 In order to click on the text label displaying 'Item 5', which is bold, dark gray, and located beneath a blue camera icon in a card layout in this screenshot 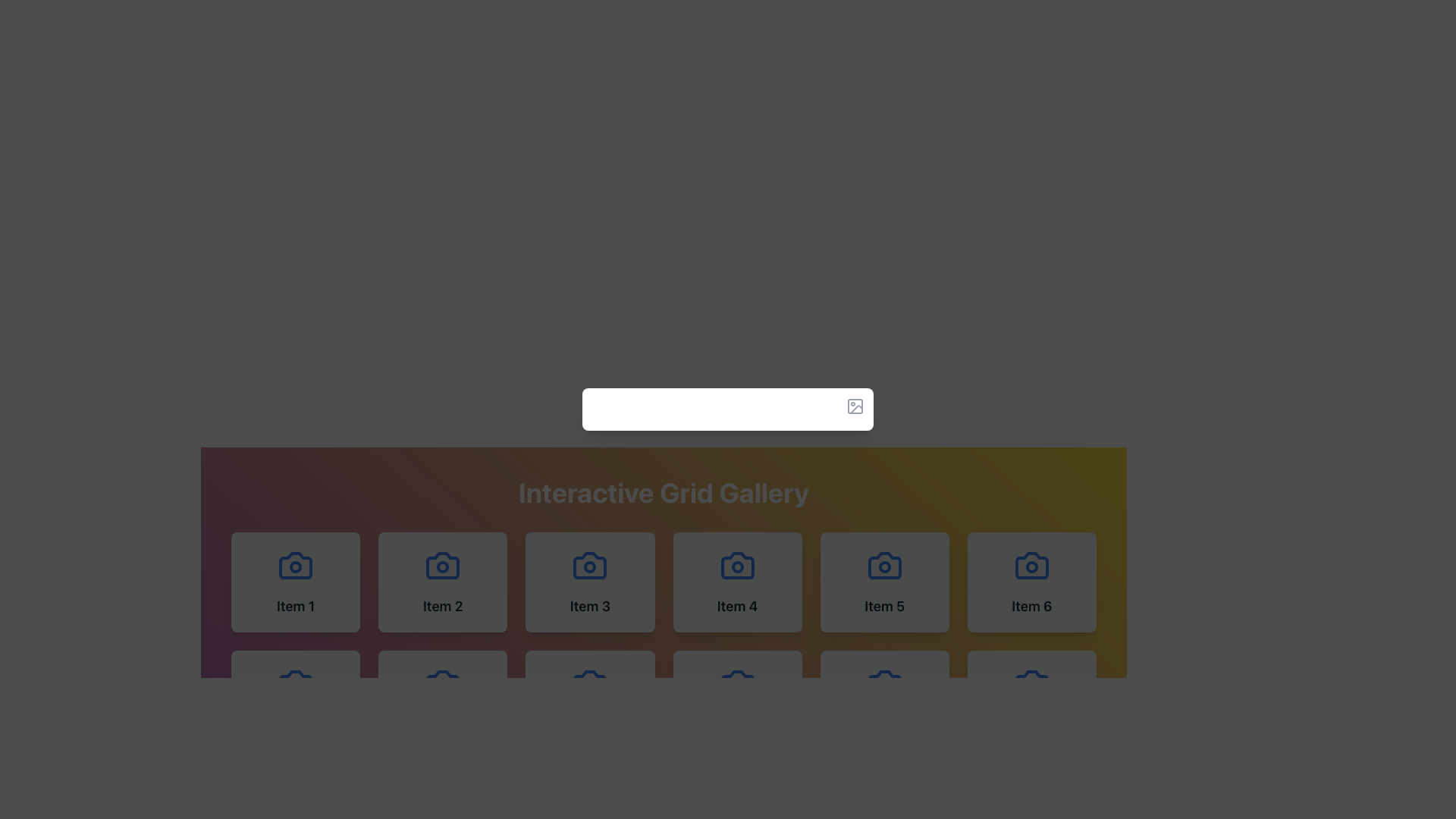, I will do `click(884, 605)`.